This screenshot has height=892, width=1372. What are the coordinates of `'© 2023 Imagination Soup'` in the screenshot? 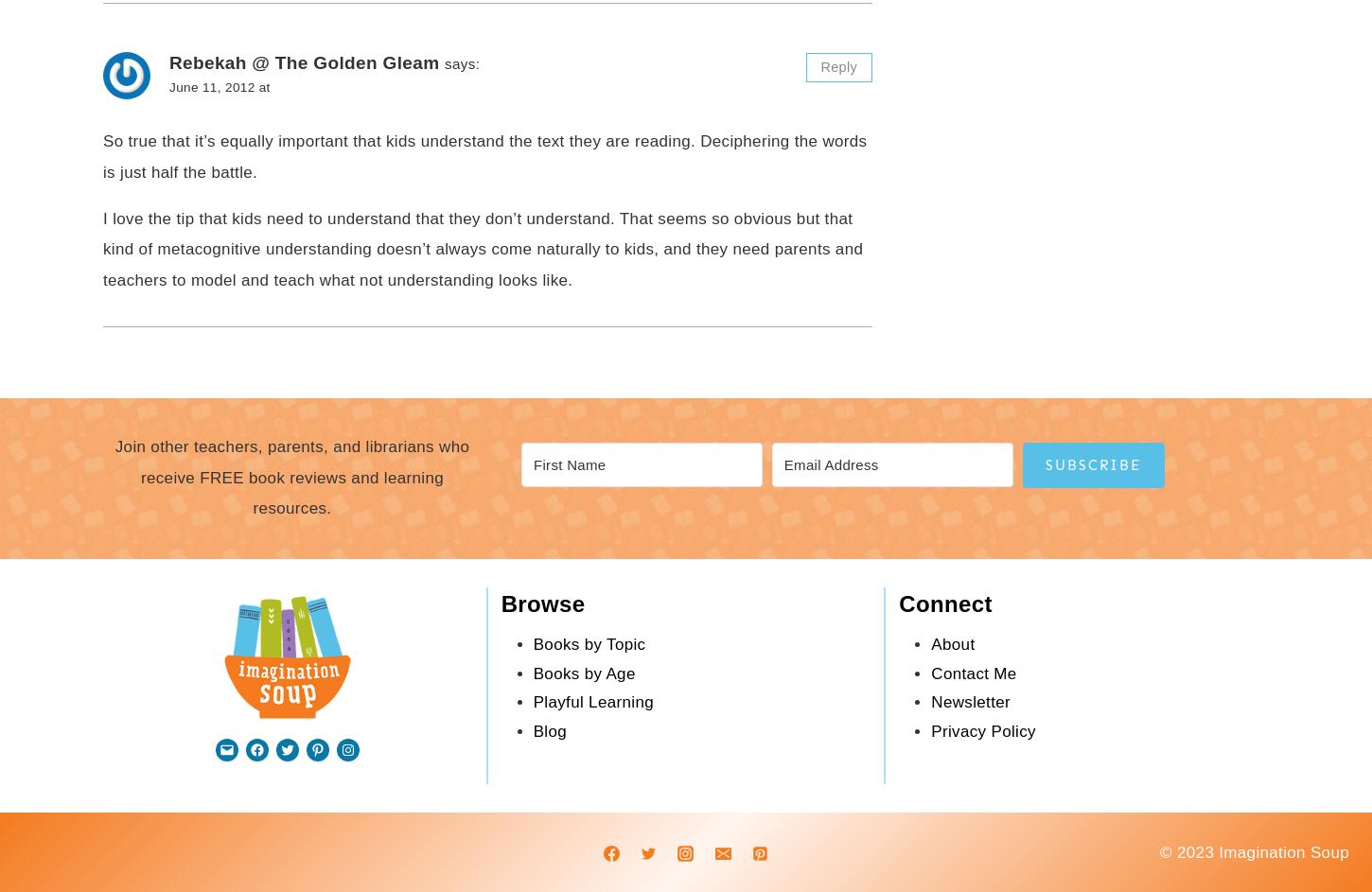 It's located at (1255, 850).